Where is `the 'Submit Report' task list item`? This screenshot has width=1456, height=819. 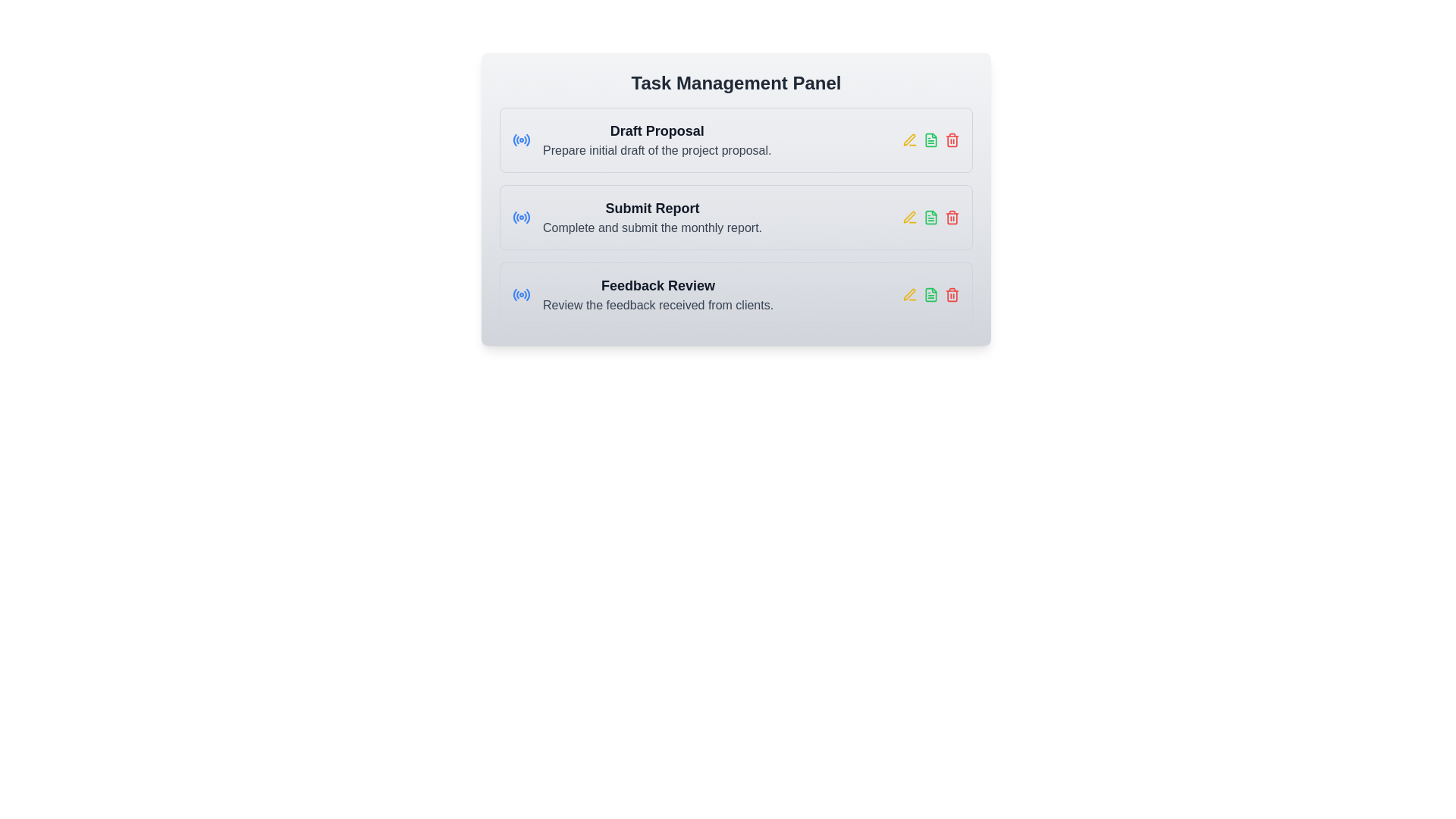 the 'Submit Report' task list item is located at coordinates (736, 198).